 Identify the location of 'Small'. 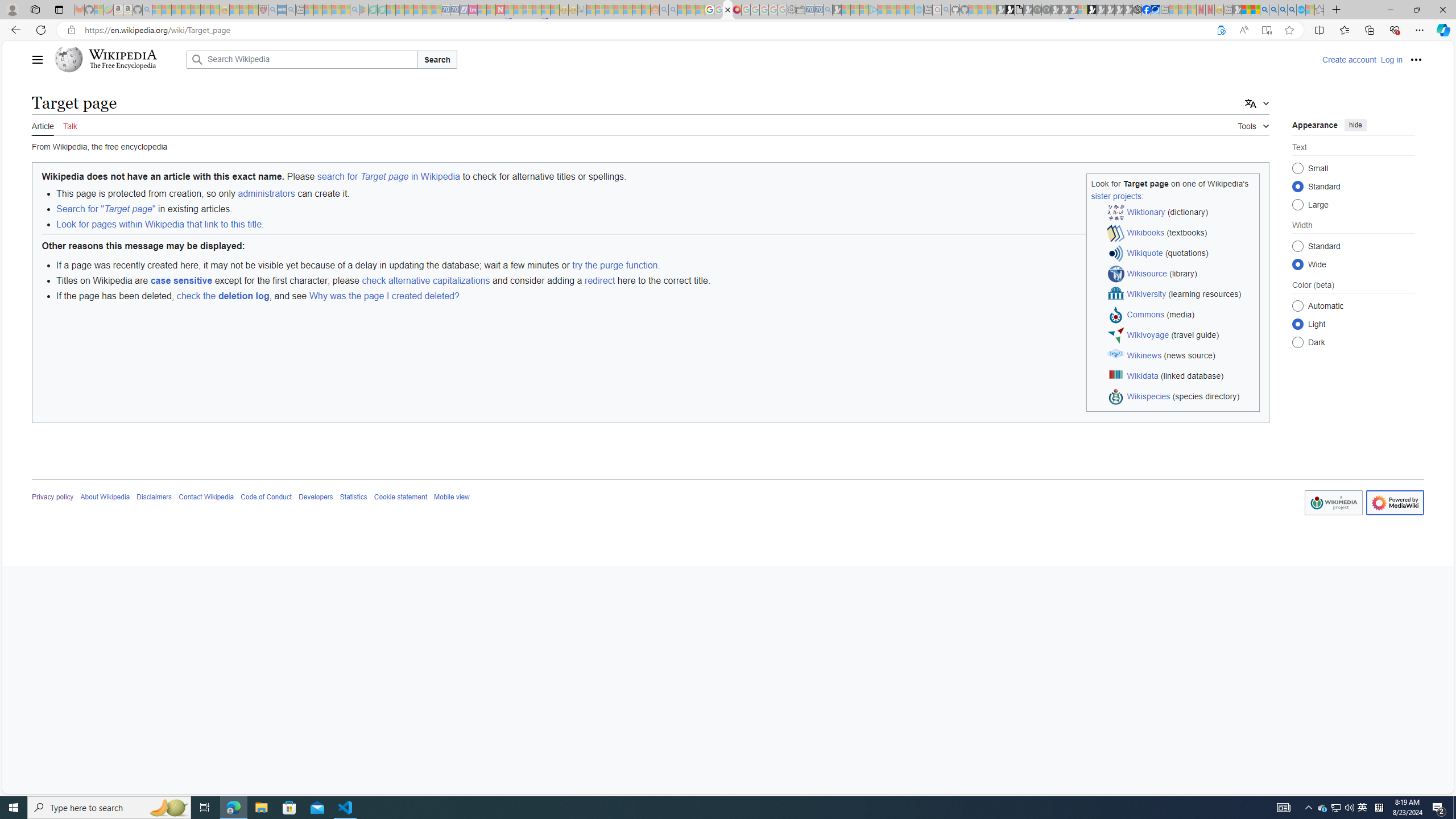
(1298, 167).